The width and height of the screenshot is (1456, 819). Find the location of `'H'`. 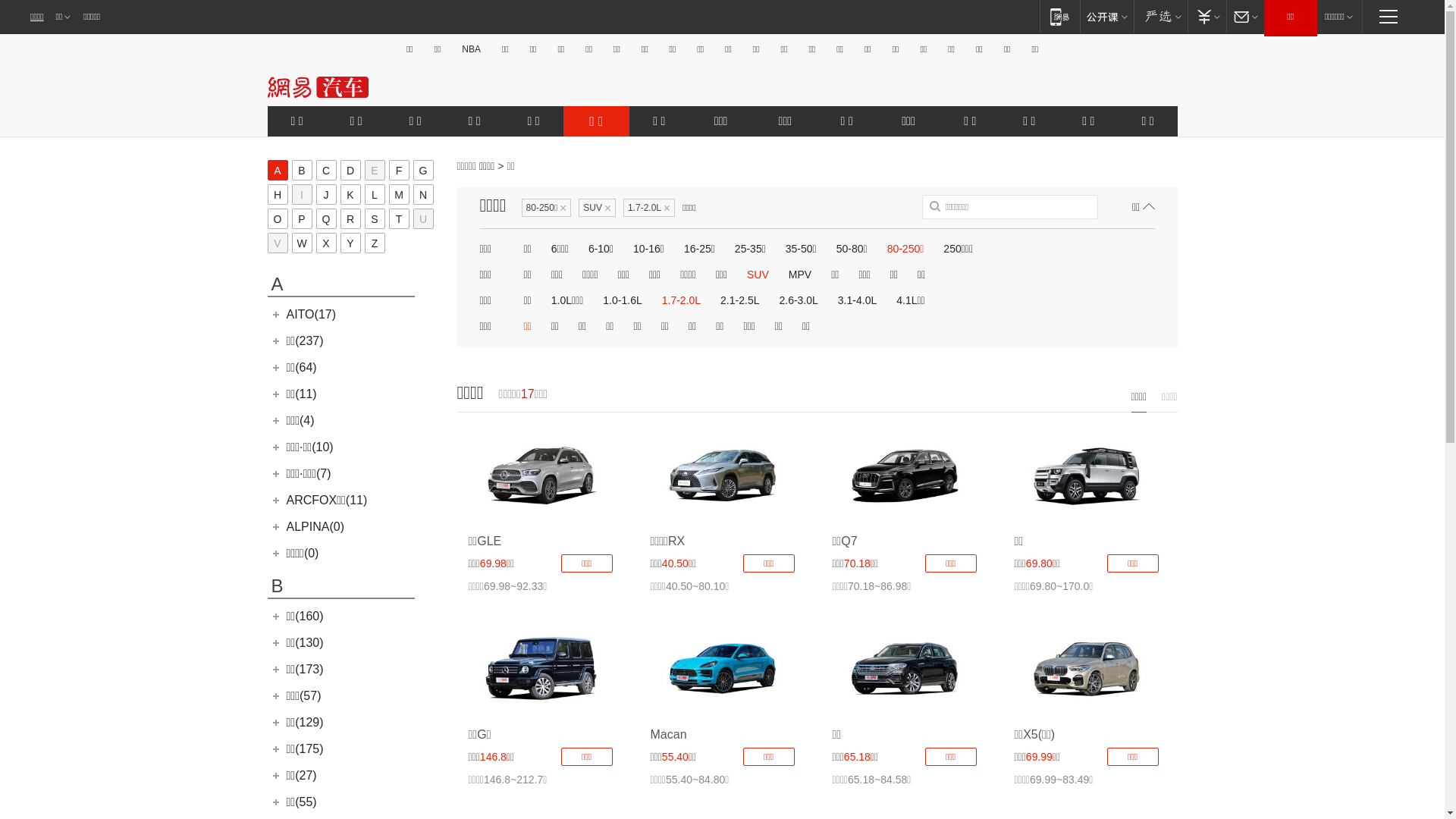

'H' is located at coordinates (277, 193).